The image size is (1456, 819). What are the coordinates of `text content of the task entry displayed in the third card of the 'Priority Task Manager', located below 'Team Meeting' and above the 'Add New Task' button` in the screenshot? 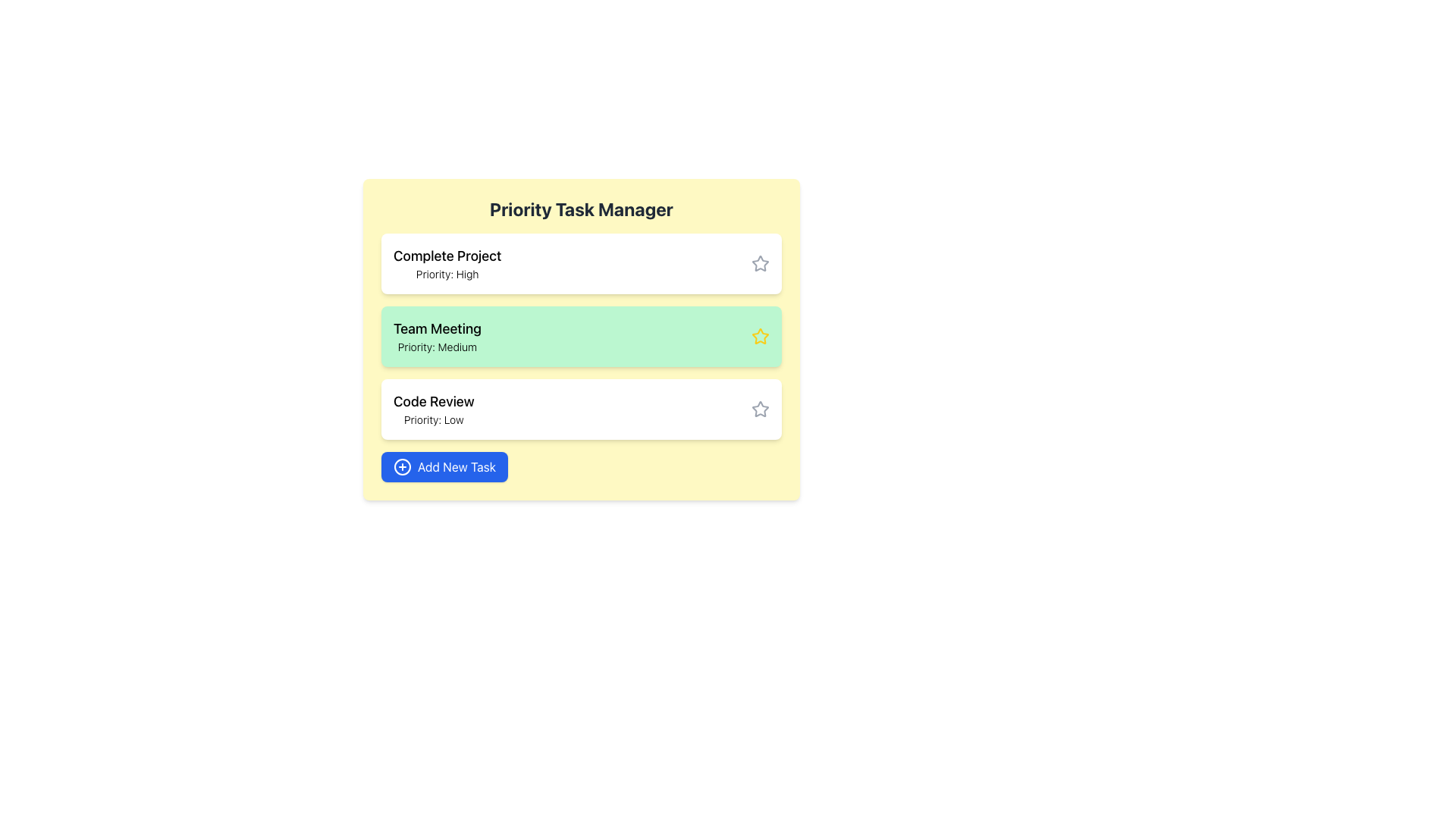 It's located at (433, 409).